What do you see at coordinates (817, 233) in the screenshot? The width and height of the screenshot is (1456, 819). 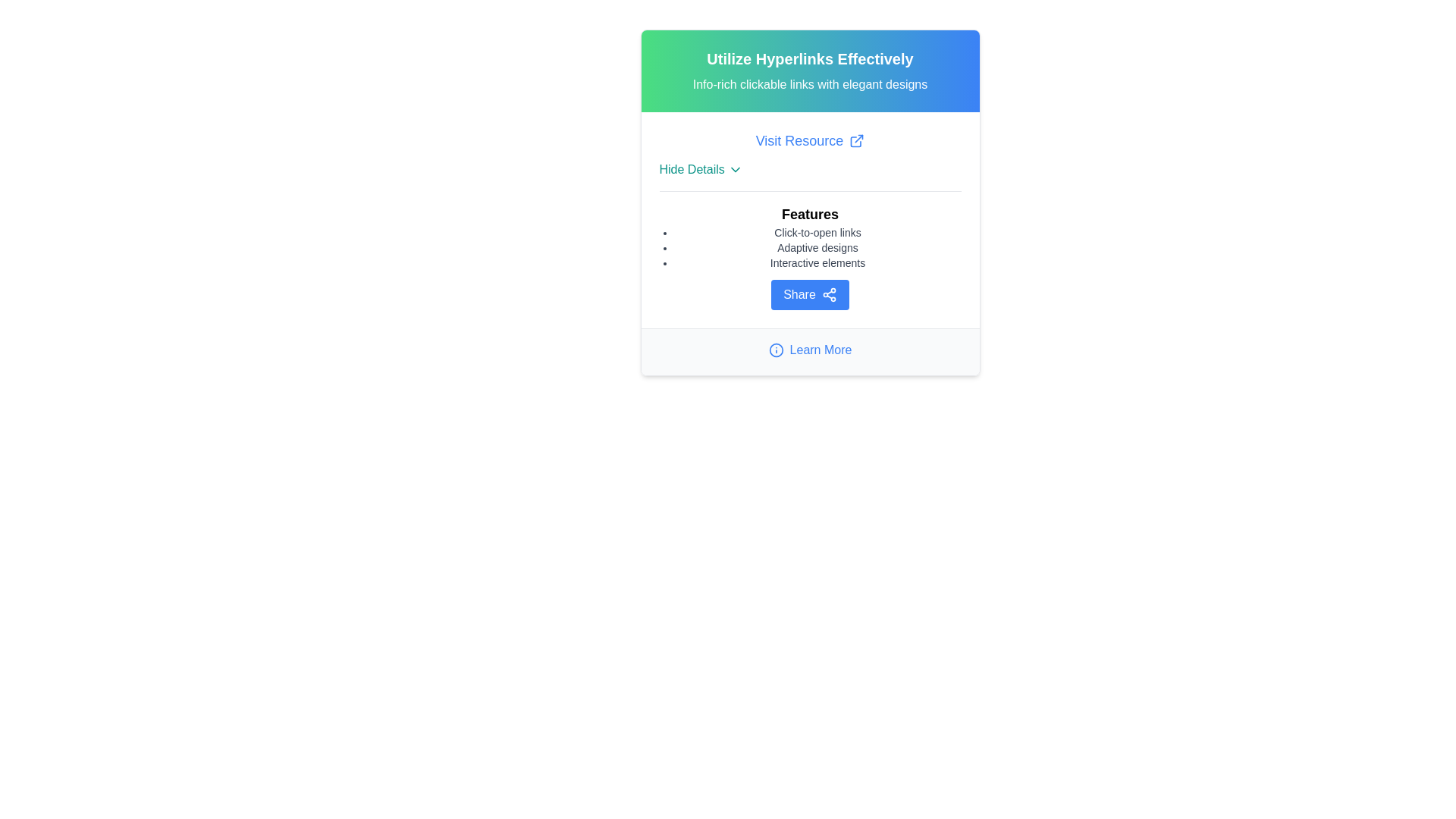 I see `the first Text Label in the bulleted list under the heading 'Features', which describes a feature of the interface card` at bounding box center [817, 233].